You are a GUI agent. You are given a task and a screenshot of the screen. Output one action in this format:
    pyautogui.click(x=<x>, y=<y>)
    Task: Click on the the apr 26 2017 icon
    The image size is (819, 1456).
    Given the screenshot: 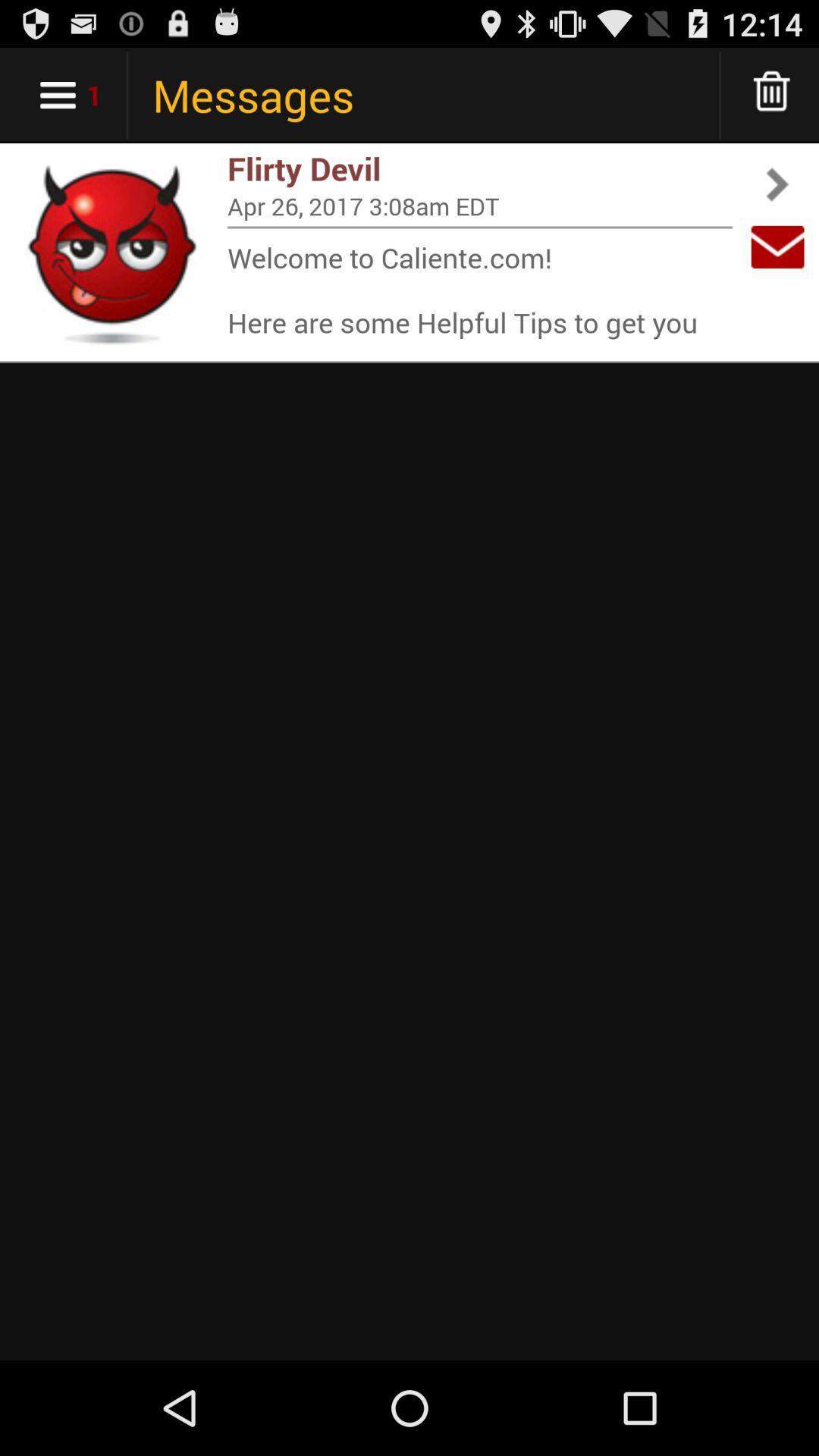 What is the action you would take?
    pyautogui.click(x=479, y=205)
    